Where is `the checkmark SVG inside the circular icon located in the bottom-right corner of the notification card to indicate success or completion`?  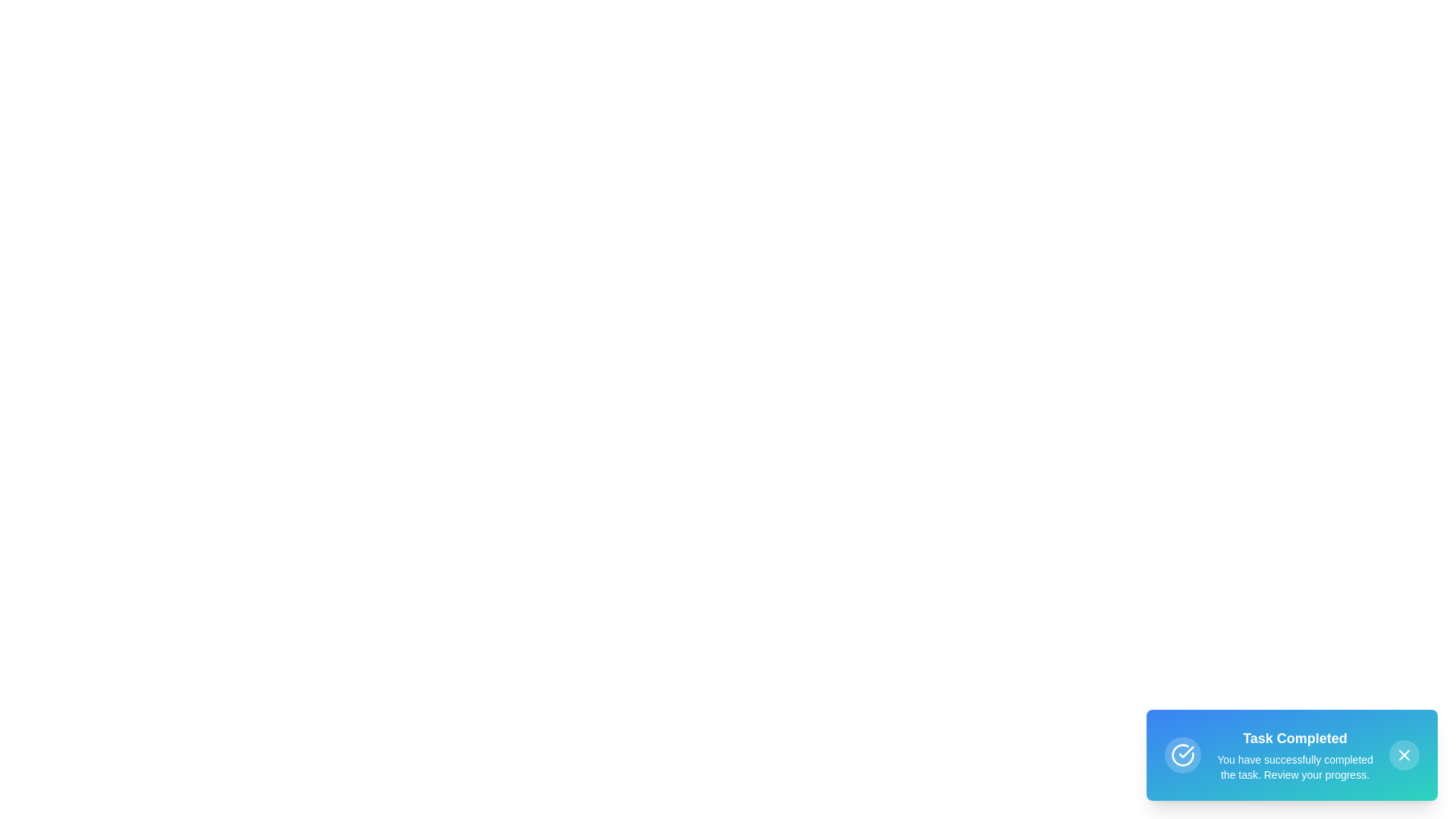 the checkmark SVG inside the circular icon located in the bottom-right corner of the notification card to indicate success or completion is located at coordinates (1185, 752).